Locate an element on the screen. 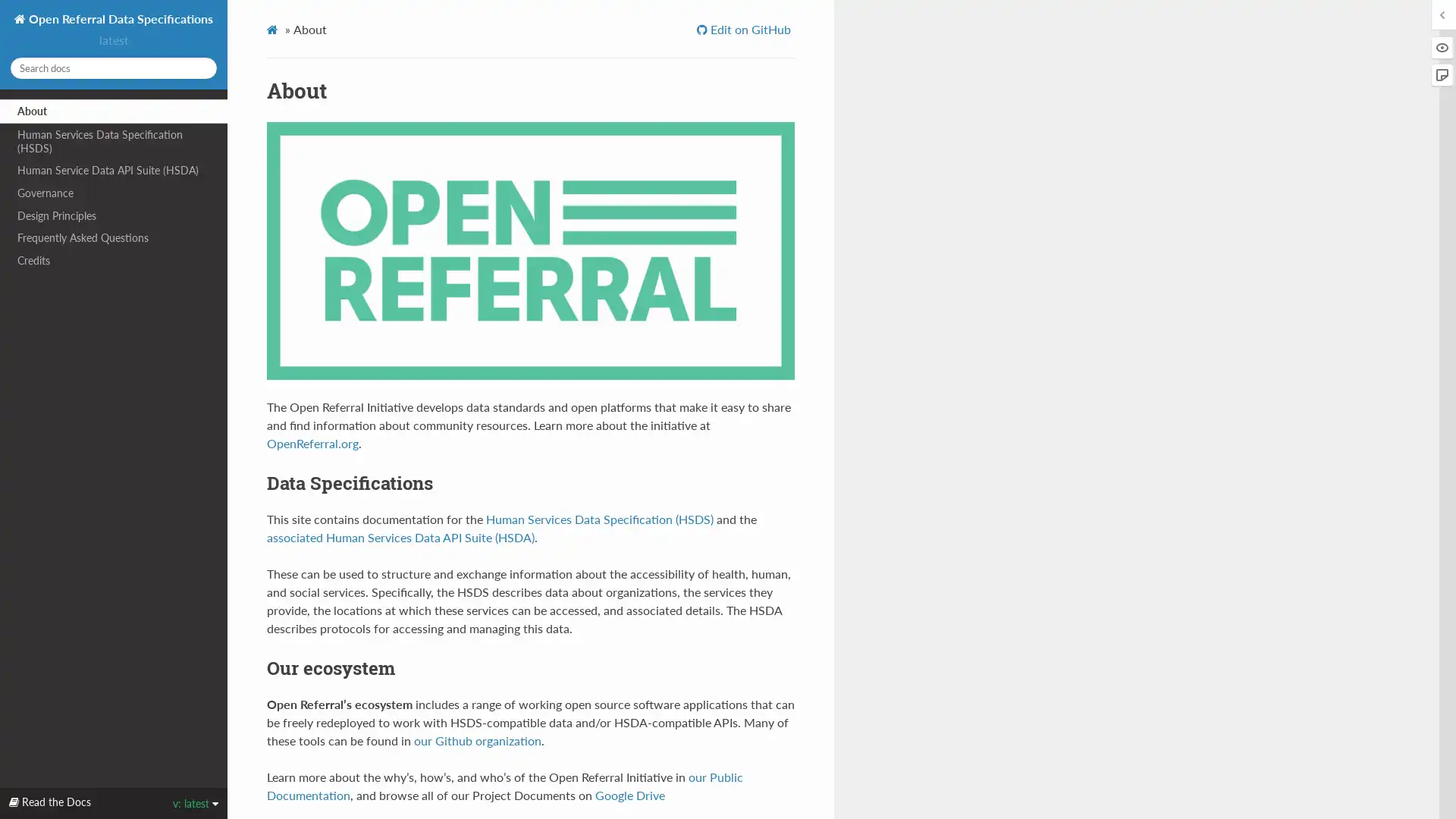 This screenshot has width=1456, height=819. New page note is located at coordinates (1441, 75).